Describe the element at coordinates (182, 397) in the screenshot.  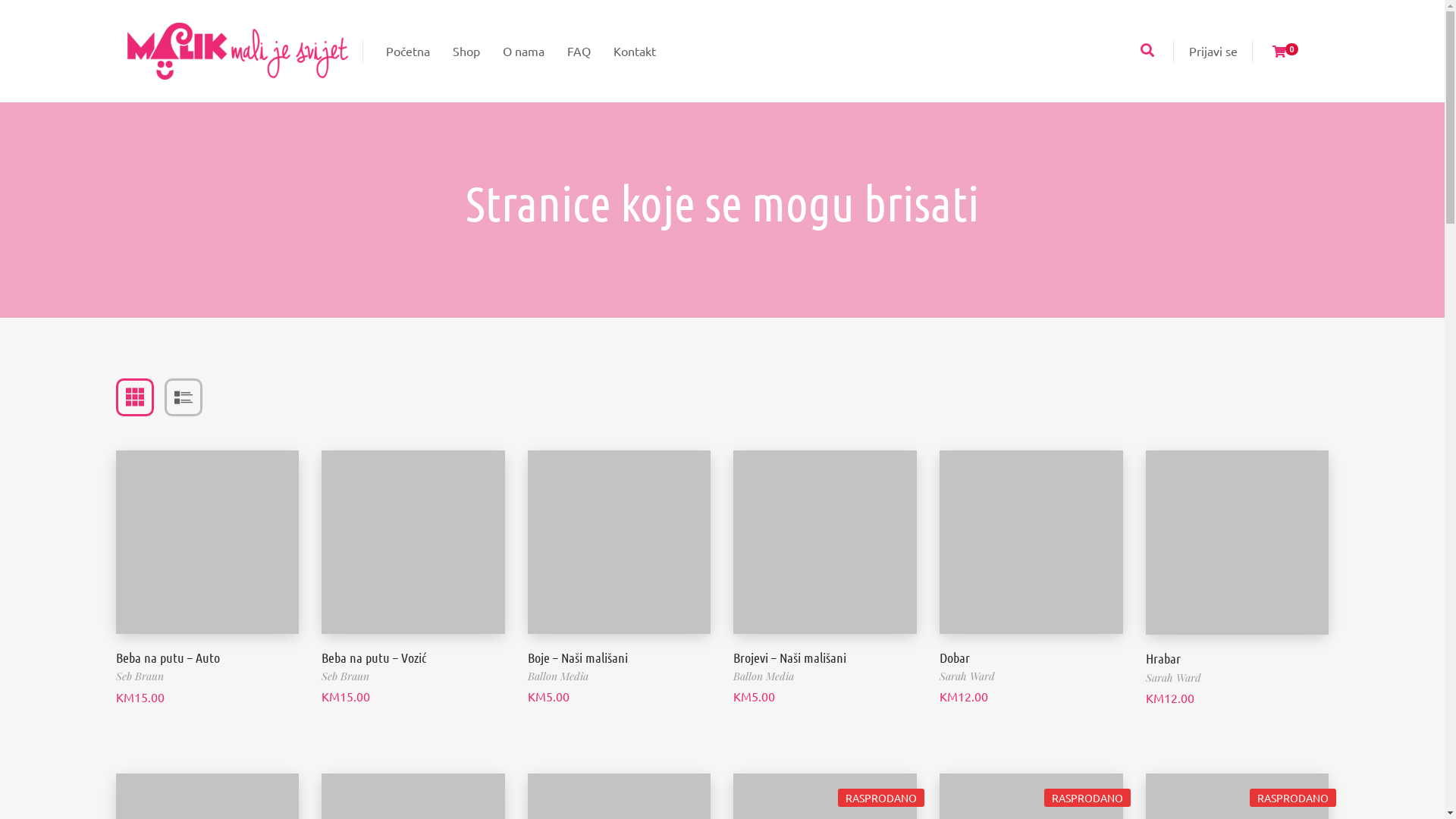
I see `'List Layout'` at that location.